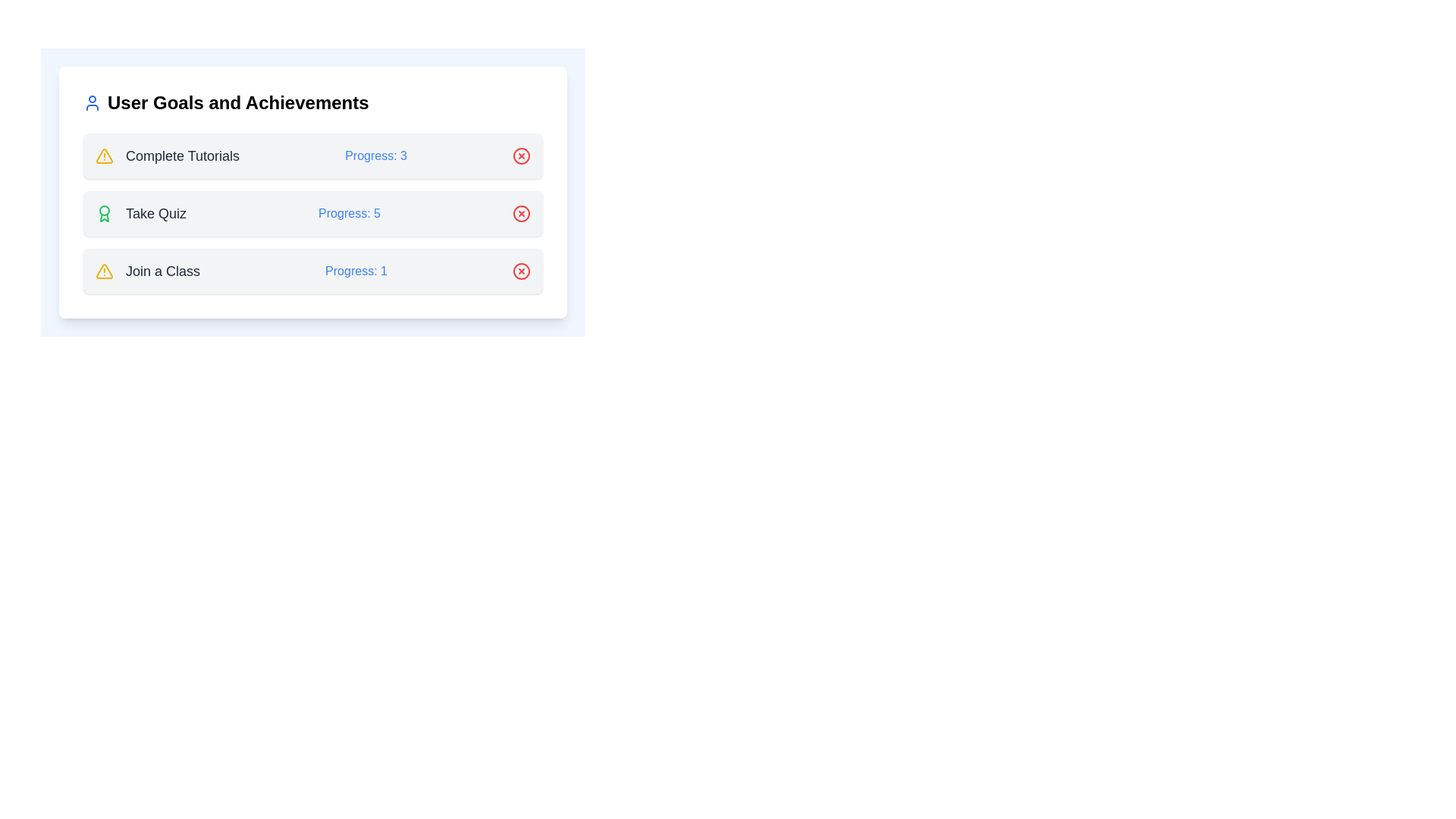  I want to click on the text label displaying 'Progress: 3', which is styled in blue and located to the right of 'Complete Tutorials', so click(376, 155).